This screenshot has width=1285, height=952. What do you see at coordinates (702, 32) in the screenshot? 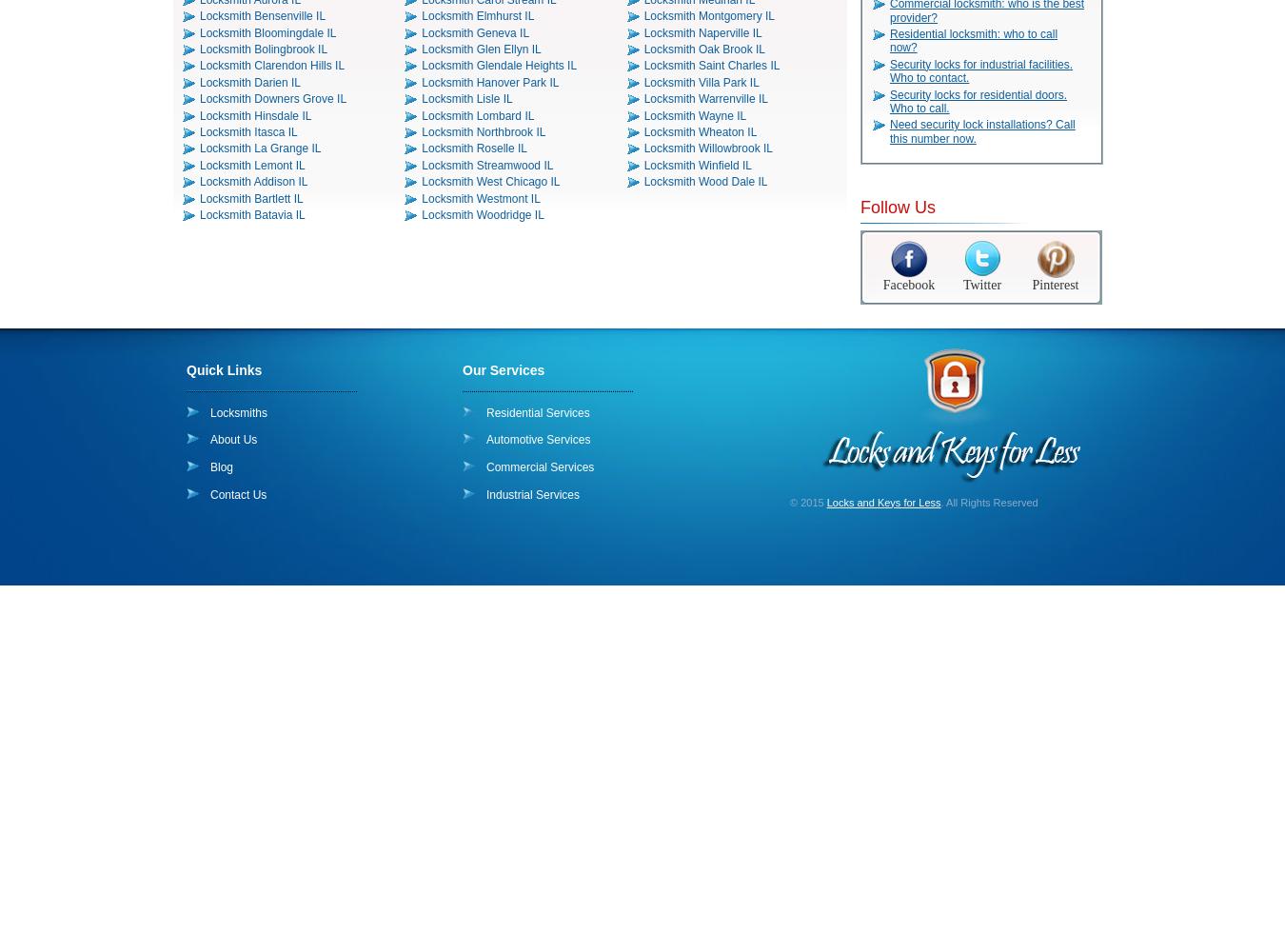
I see `'Locksmith Naperville IL'` at bounding box center [702, 32].